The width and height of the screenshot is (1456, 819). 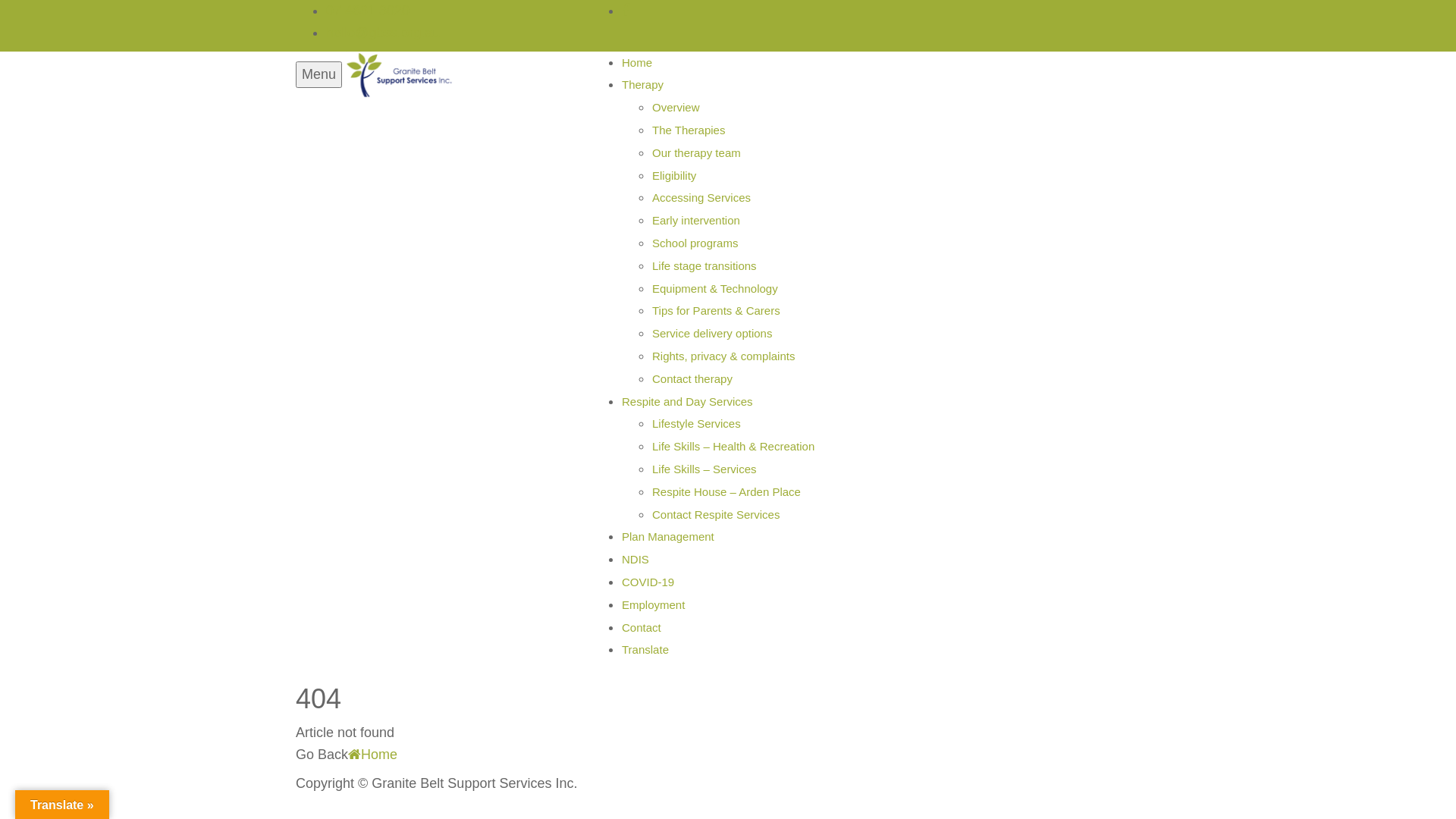 What do you see at coordinates (651, 152) in the screenshot?
I see `'Our therapy team'` at bounding box center [651, 152].